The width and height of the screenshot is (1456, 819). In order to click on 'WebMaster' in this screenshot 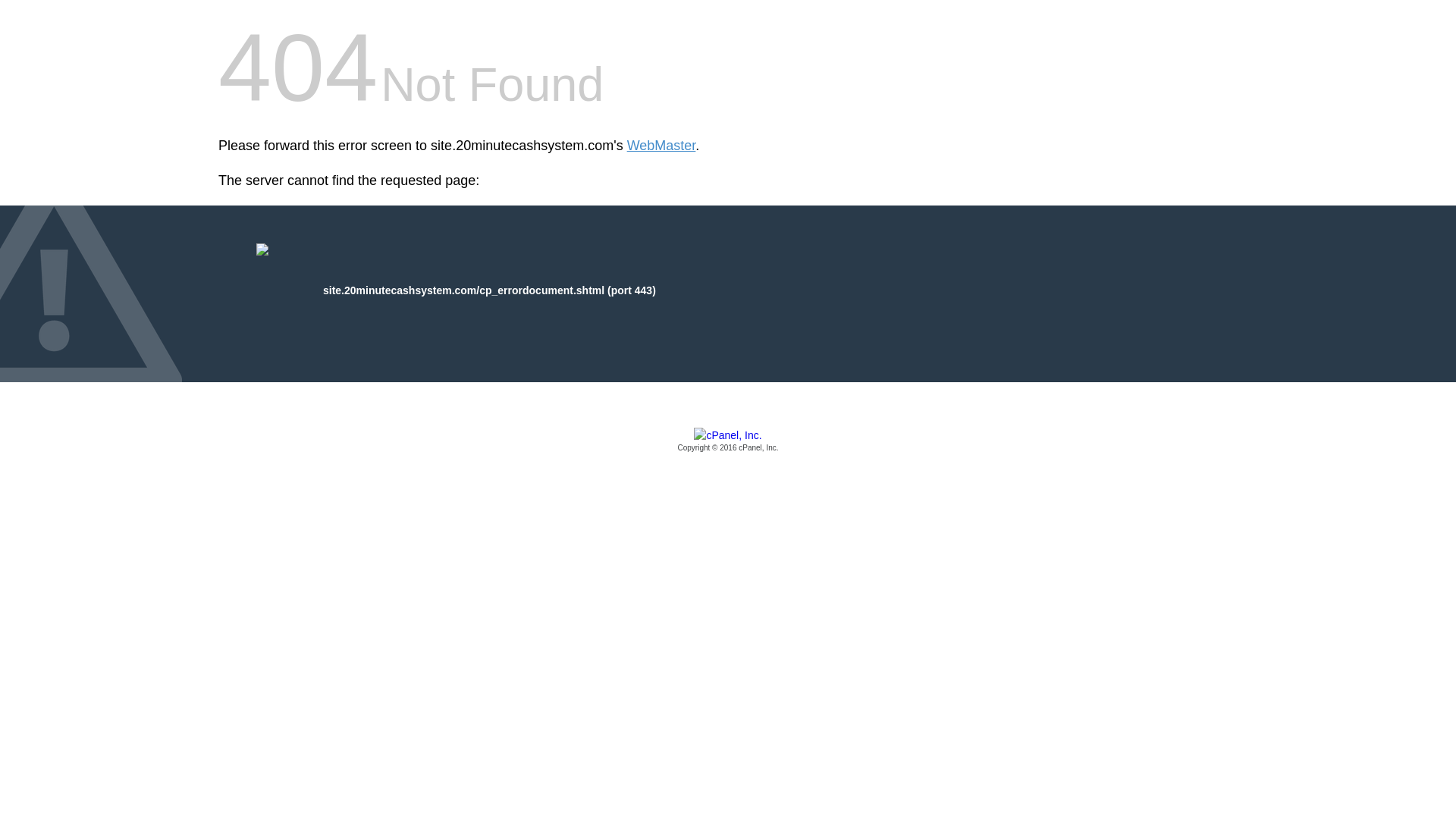, I will do `click(661, 146)`.